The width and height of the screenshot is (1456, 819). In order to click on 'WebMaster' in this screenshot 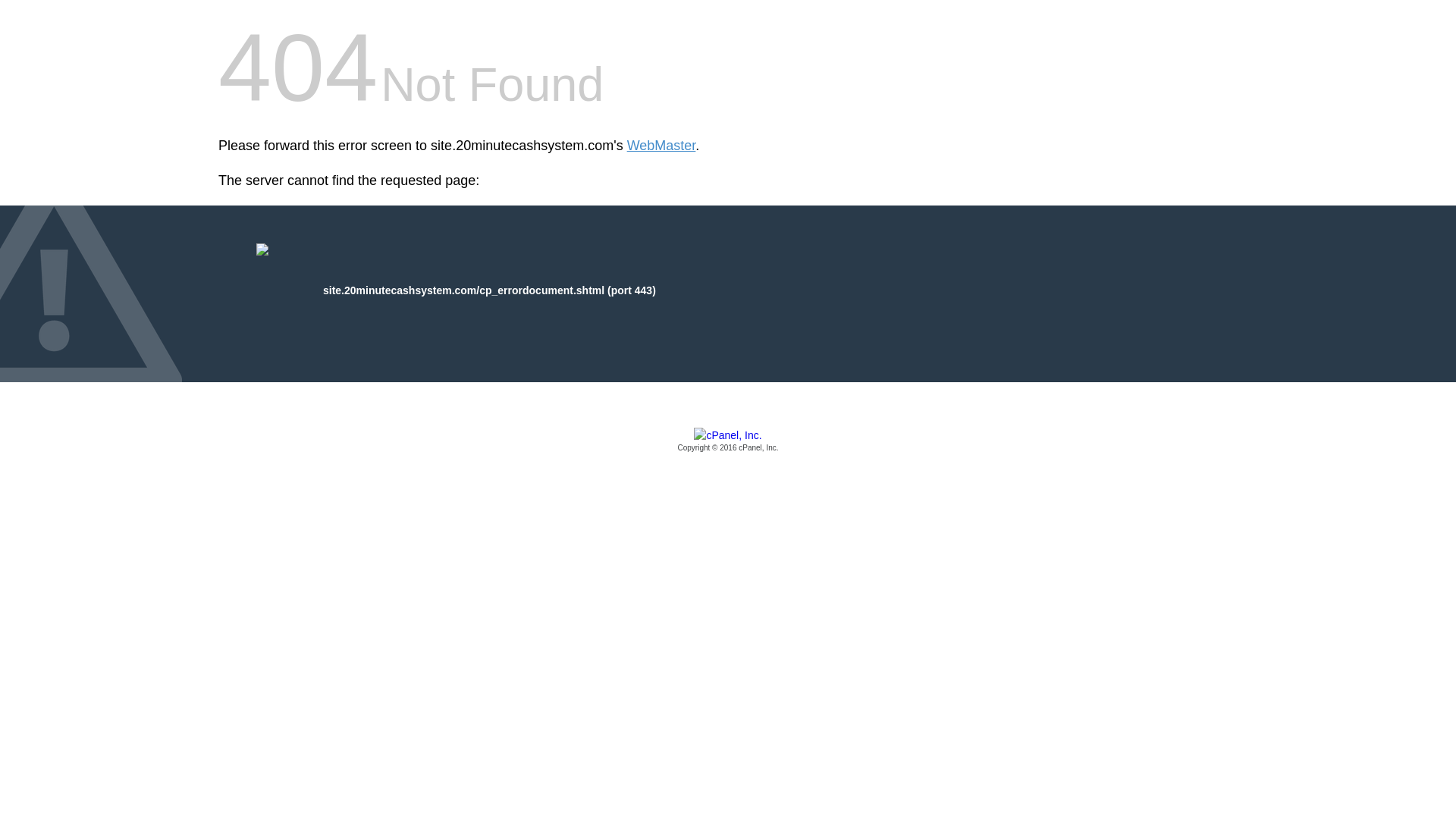, I will do `click(661, 146)`.